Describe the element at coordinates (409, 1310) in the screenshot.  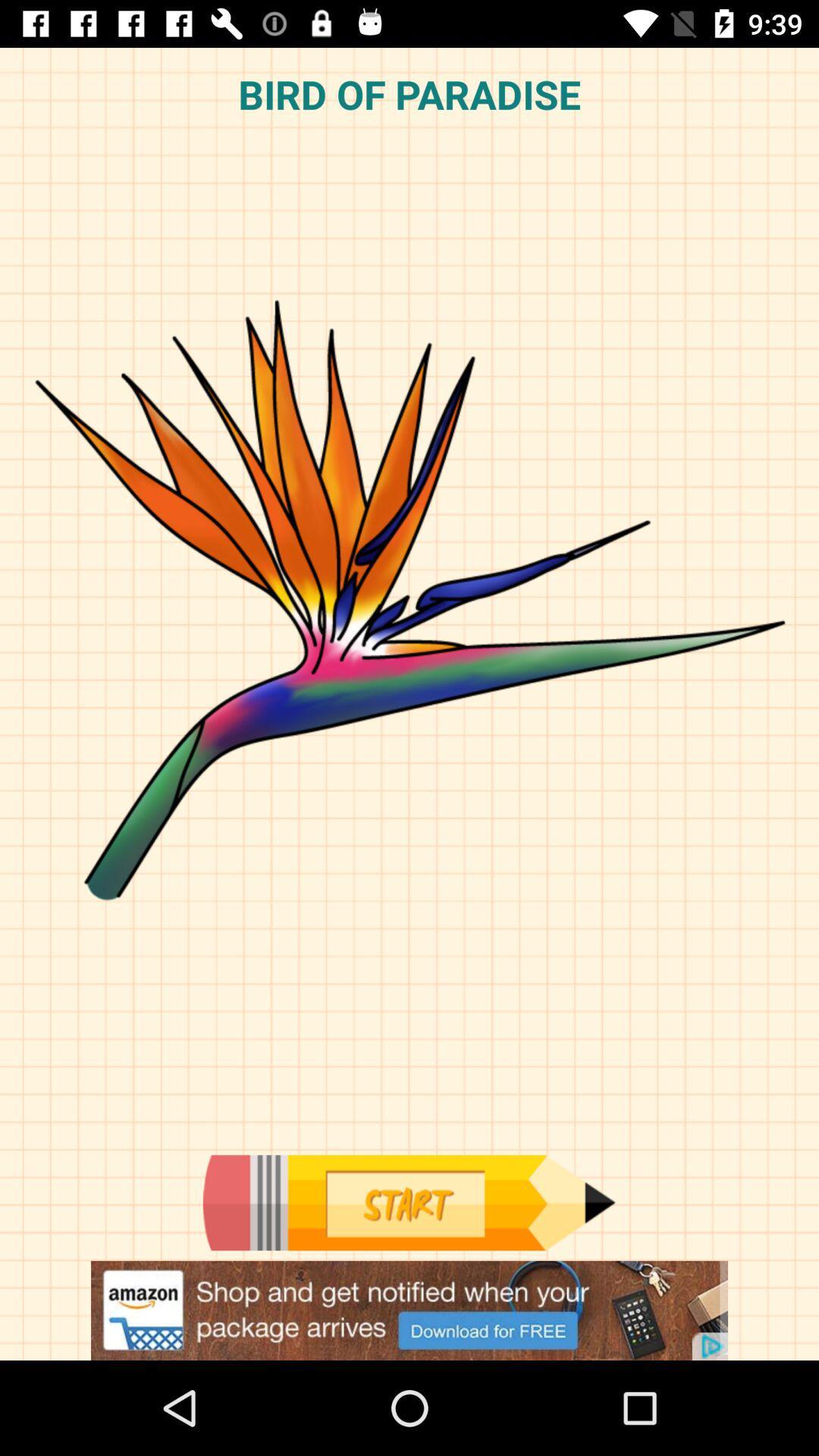
I see `click download for free` at that location.